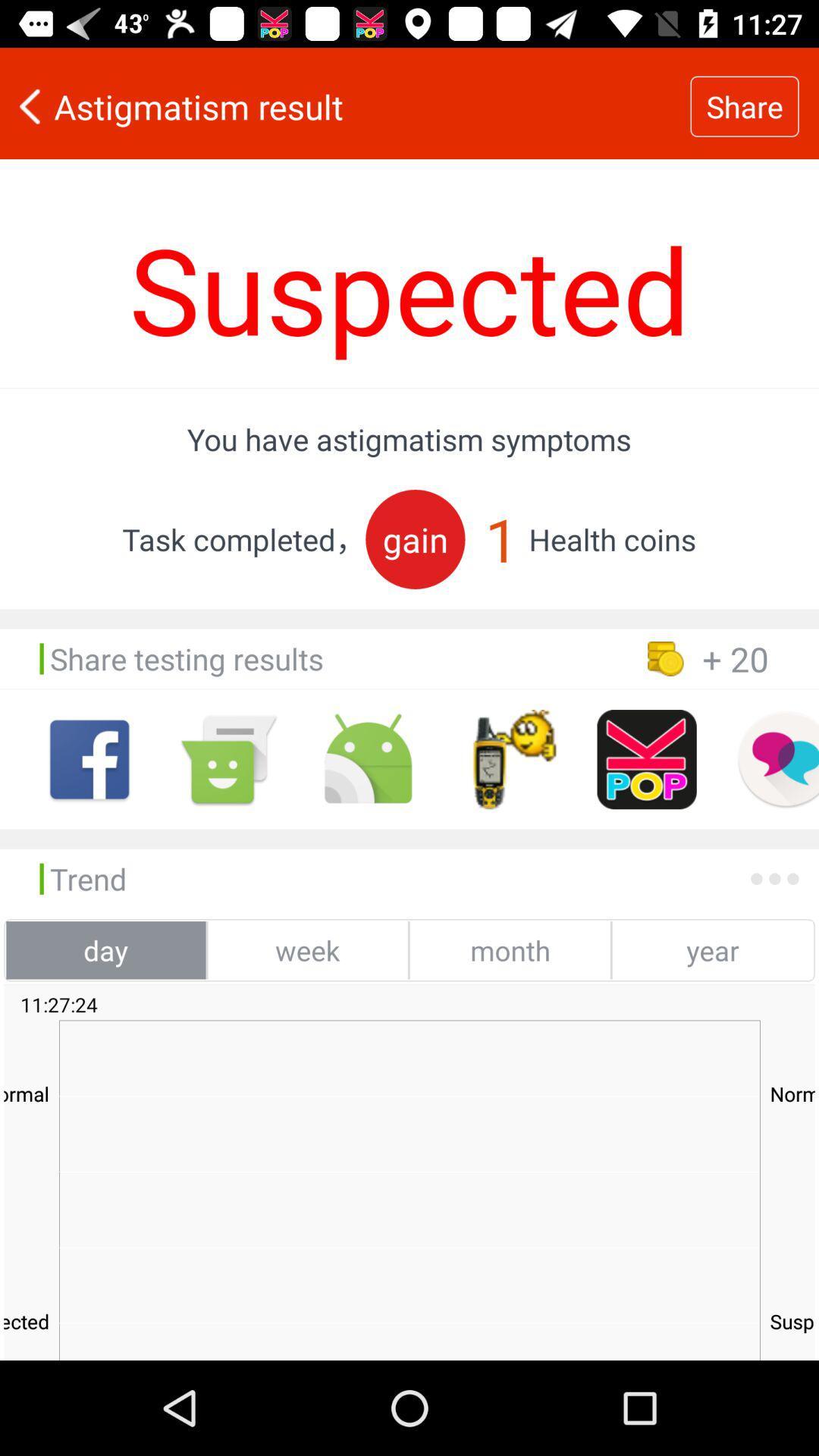 This screenshot has height=1456, width=819. I want to click on private message option, so click(777, 759).